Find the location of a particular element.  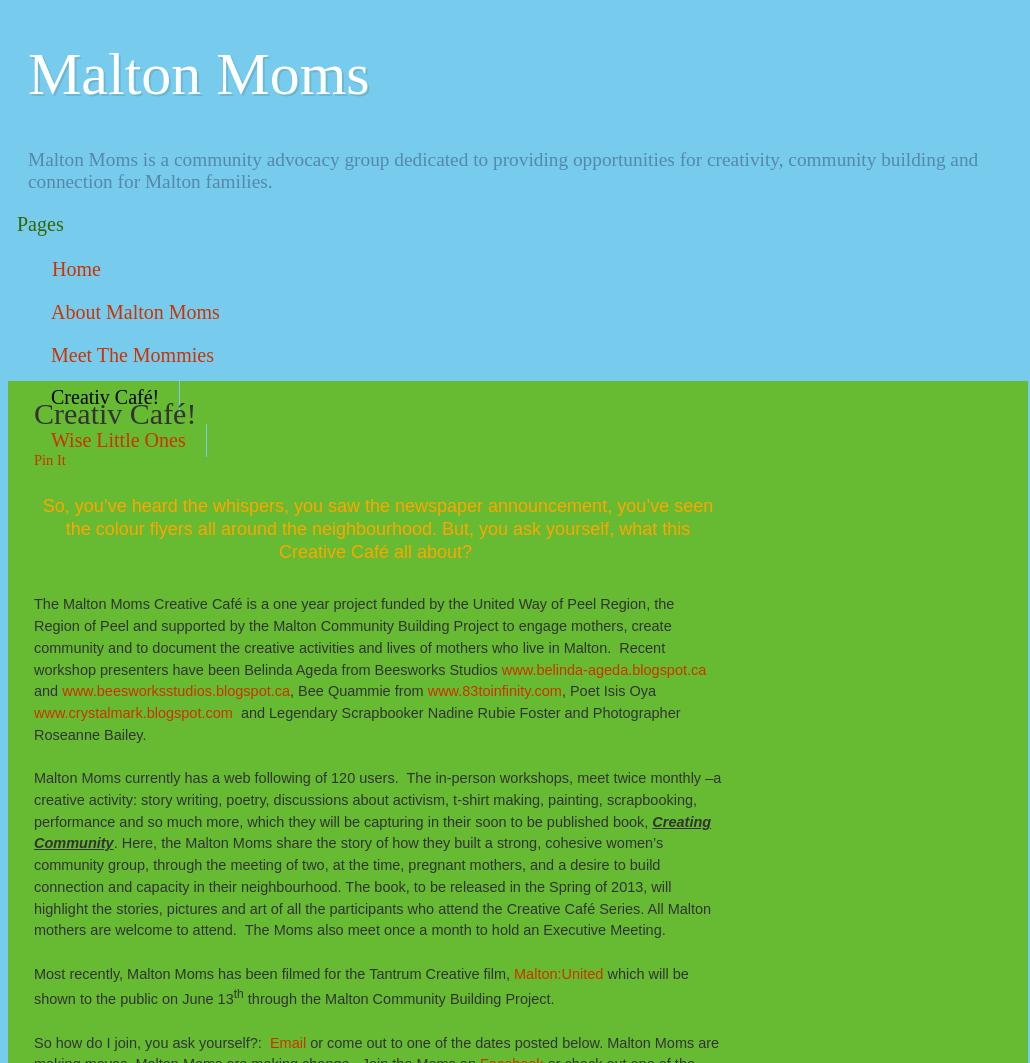

'Meet The Mommies' is located at coordinates (131, 353).